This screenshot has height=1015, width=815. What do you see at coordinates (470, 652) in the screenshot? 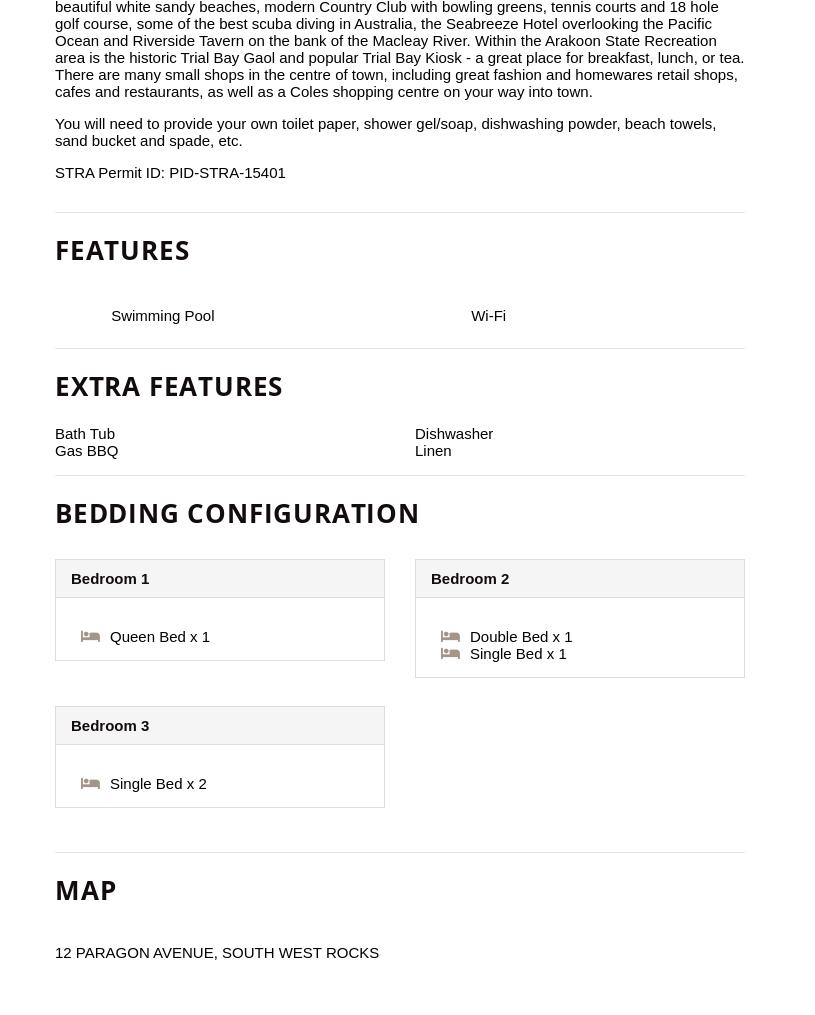
I see `'Single Bed x 1'` at bounding box center [470, 652].